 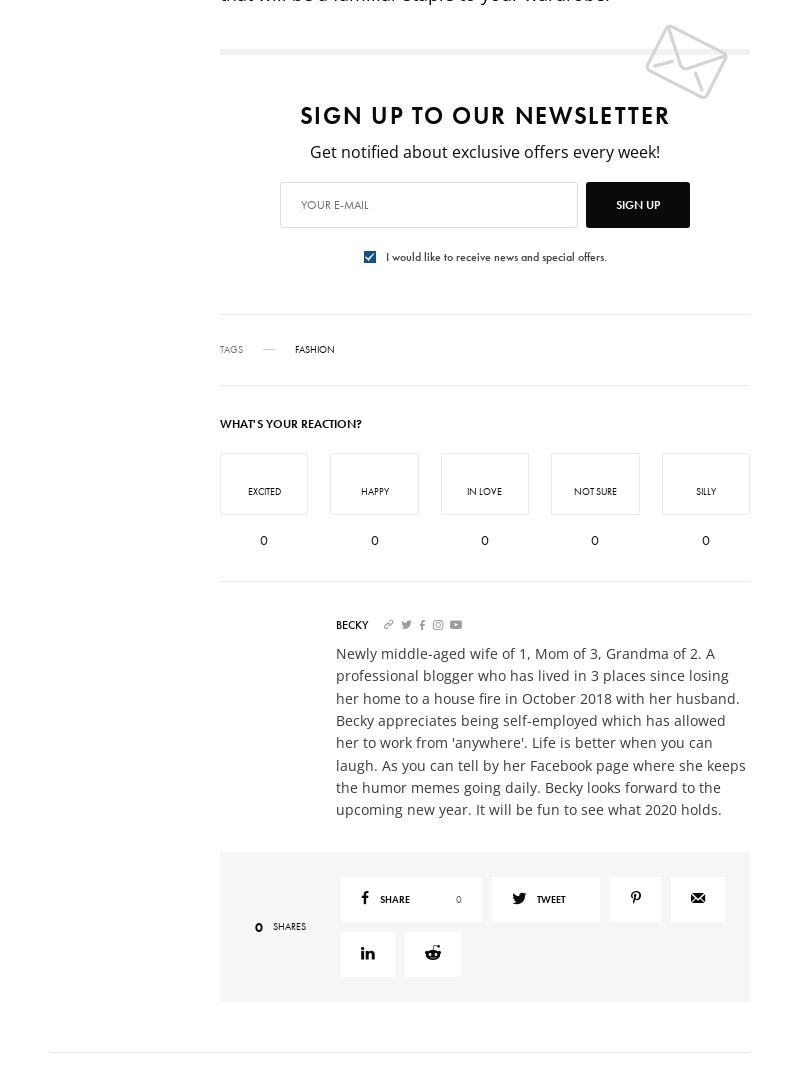 I want to click on 'Fashion', so click(x=295, y=348).